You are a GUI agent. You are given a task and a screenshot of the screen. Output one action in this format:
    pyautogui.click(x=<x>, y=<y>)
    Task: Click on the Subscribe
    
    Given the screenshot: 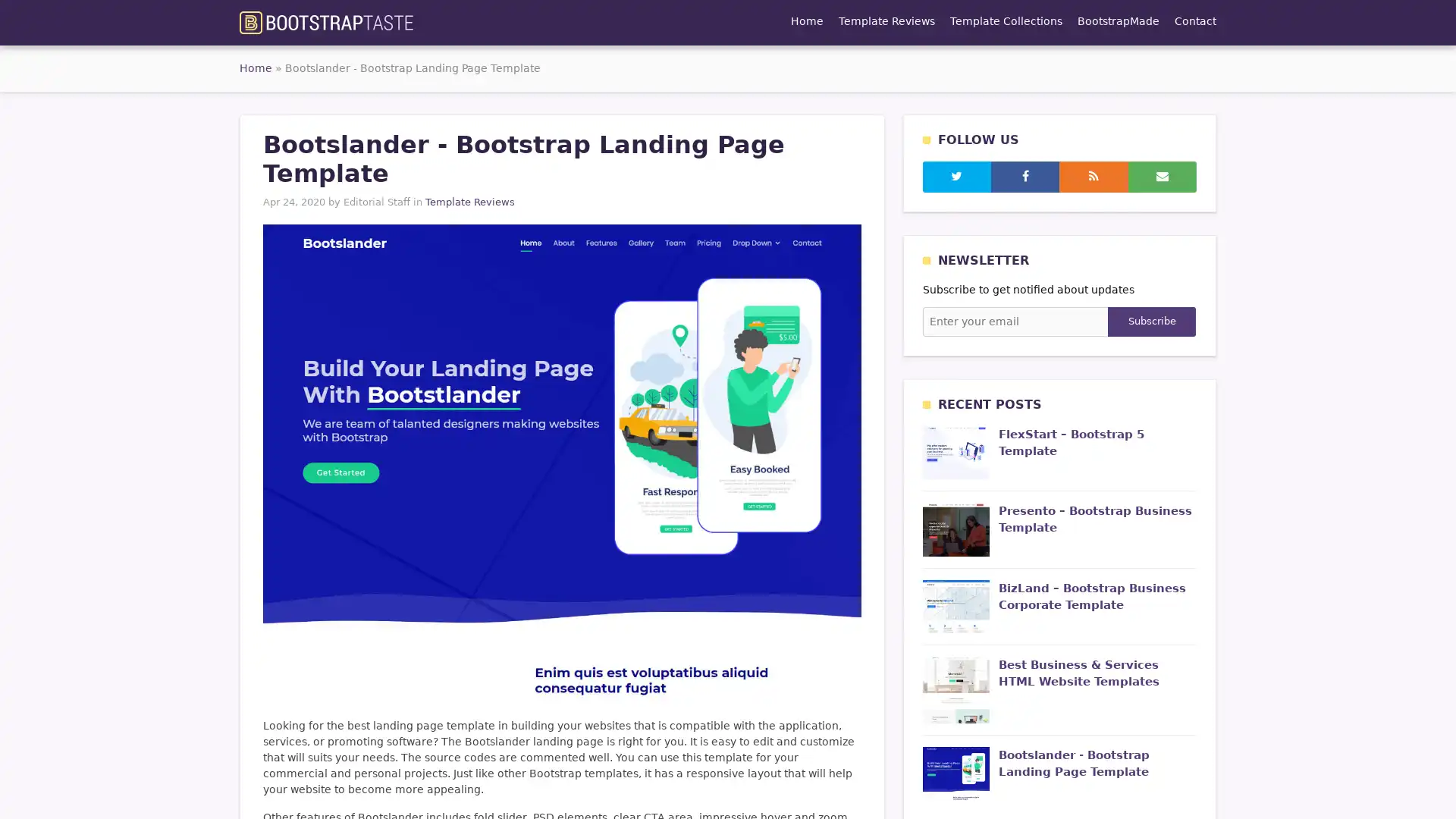 What is the action you would take?
    pyautogui.click(x=1151, y=321)
    